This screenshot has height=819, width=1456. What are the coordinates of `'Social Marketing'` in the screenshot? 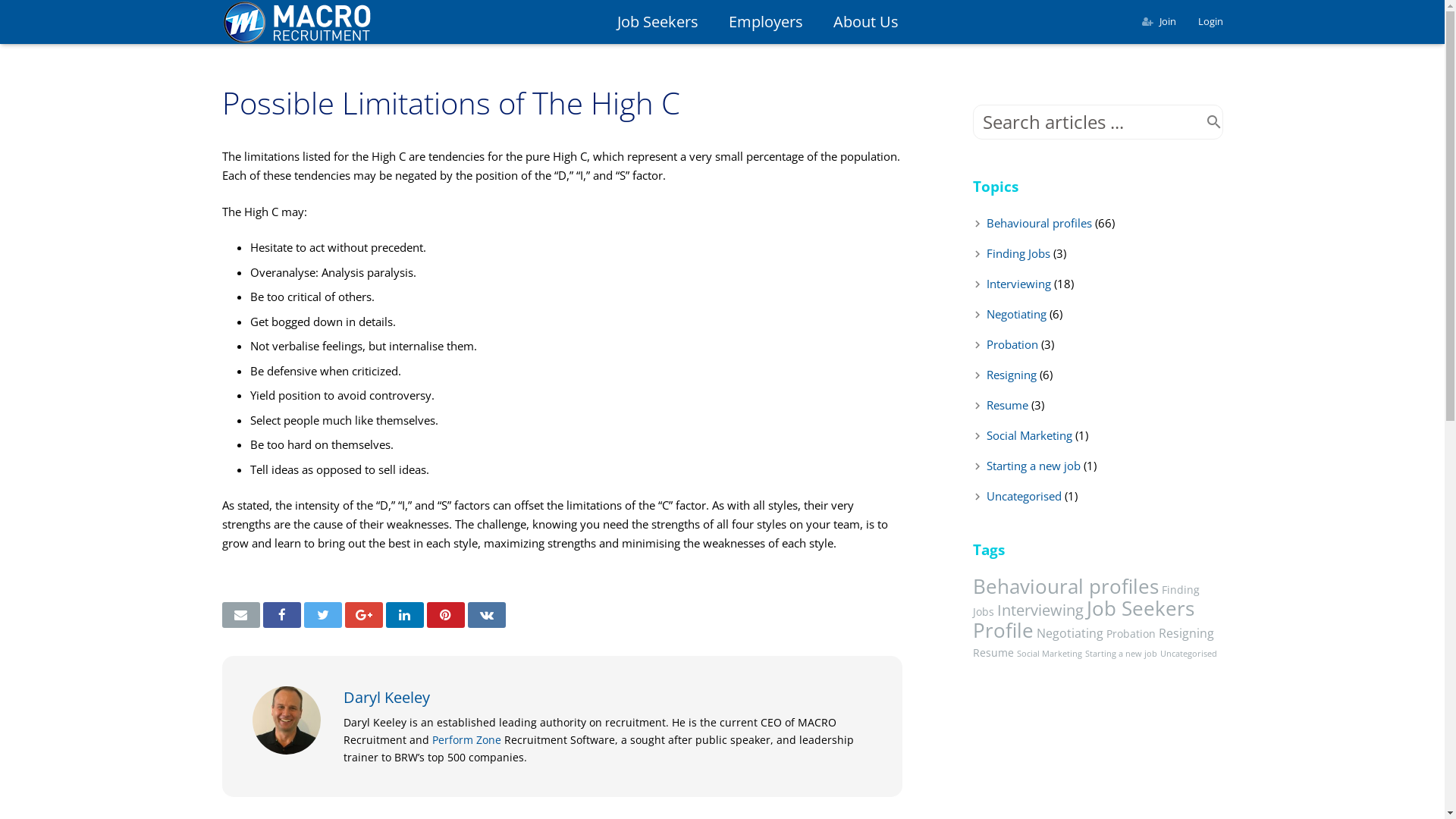 It's located at (1028, 435).